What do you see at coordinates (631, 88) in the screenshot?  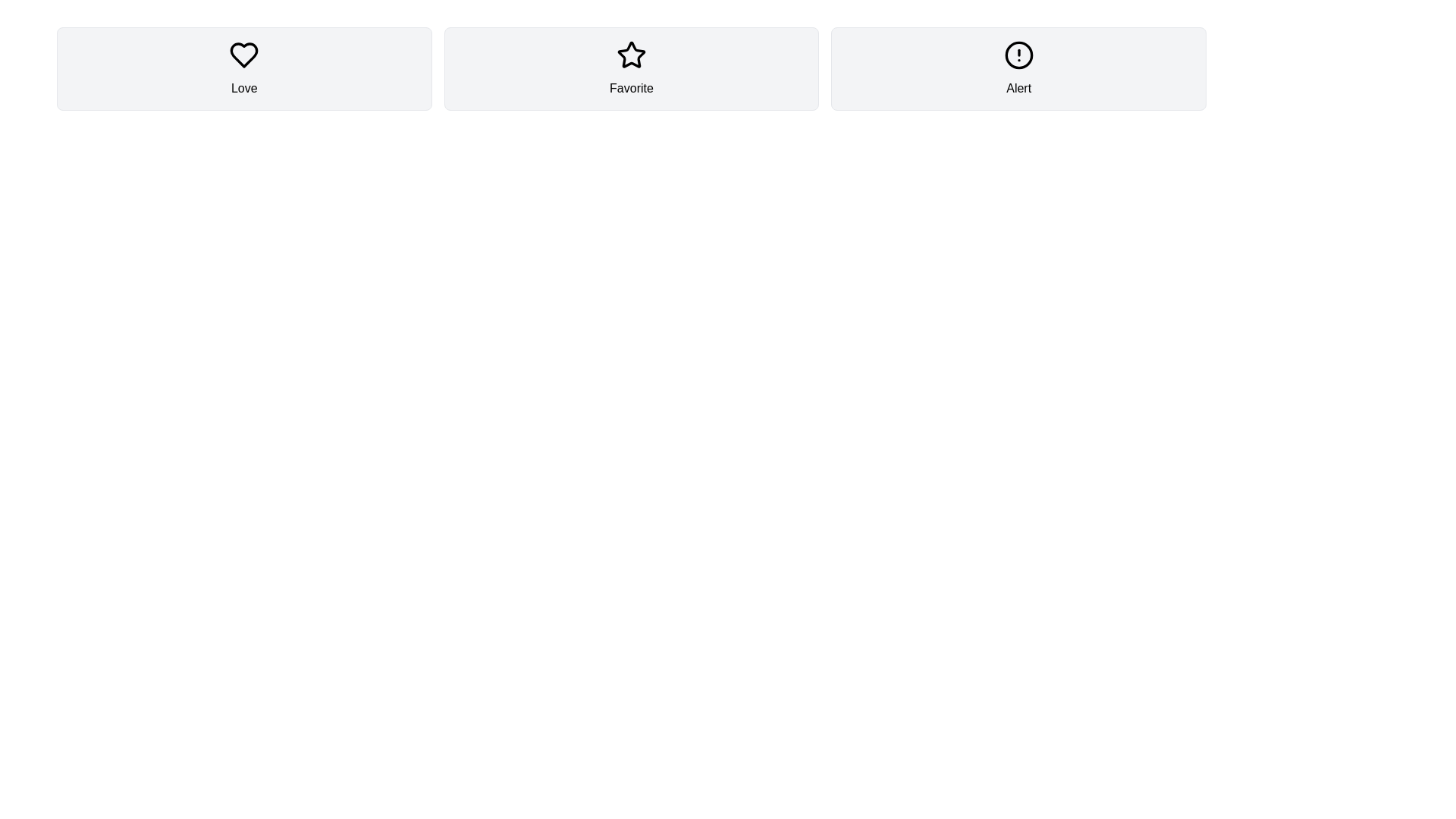 I see `the 'Favorite' text label, which is displayed in black font on a white background and is positioned below a star icon` at bounding box center [631, 88].